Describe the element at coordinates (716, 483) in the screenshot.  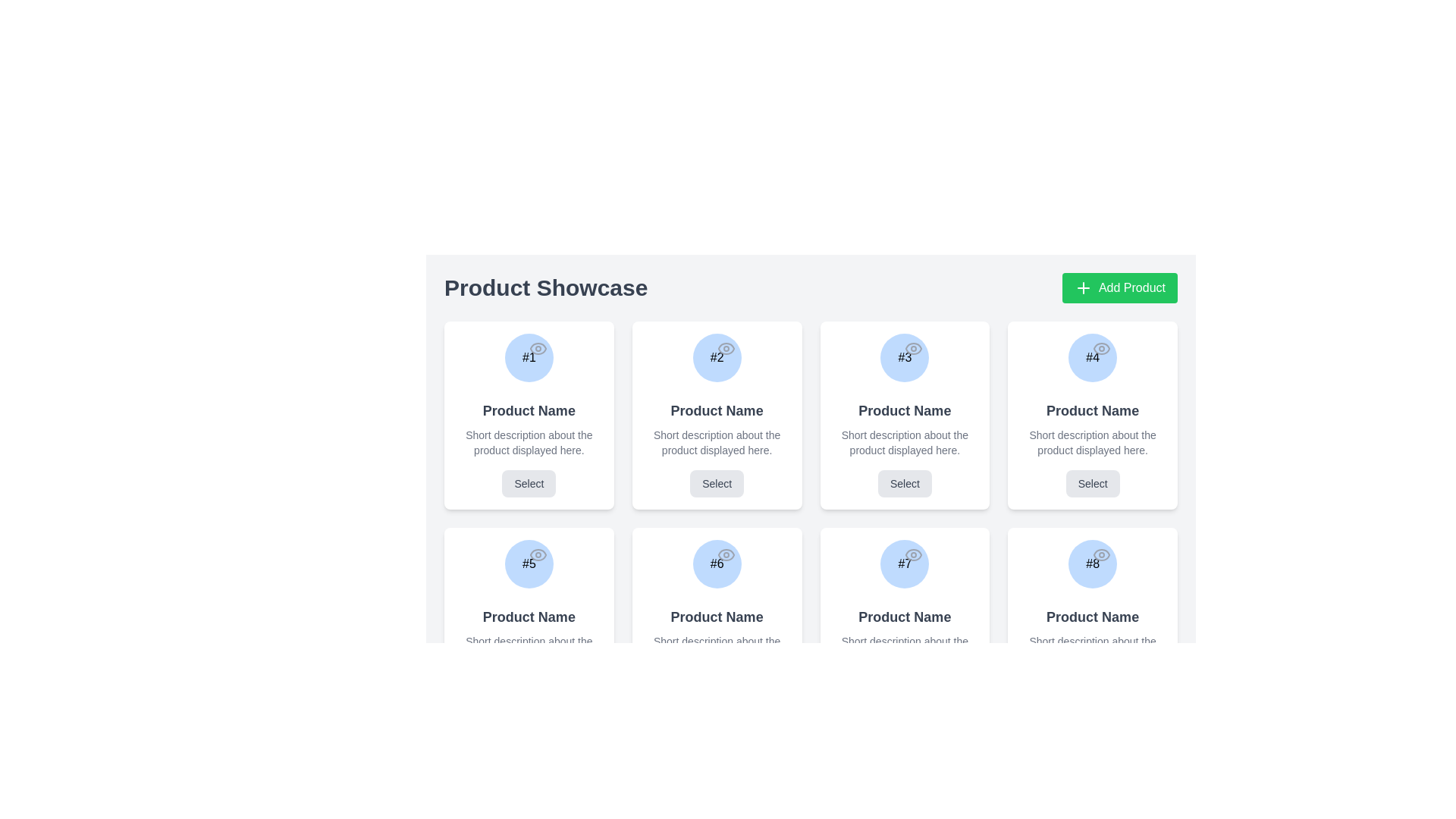
I see `the 'Select' button, which is a rectangular button with a light gray background and rounded corners, located in the second product card below the descriptive text` at that location.